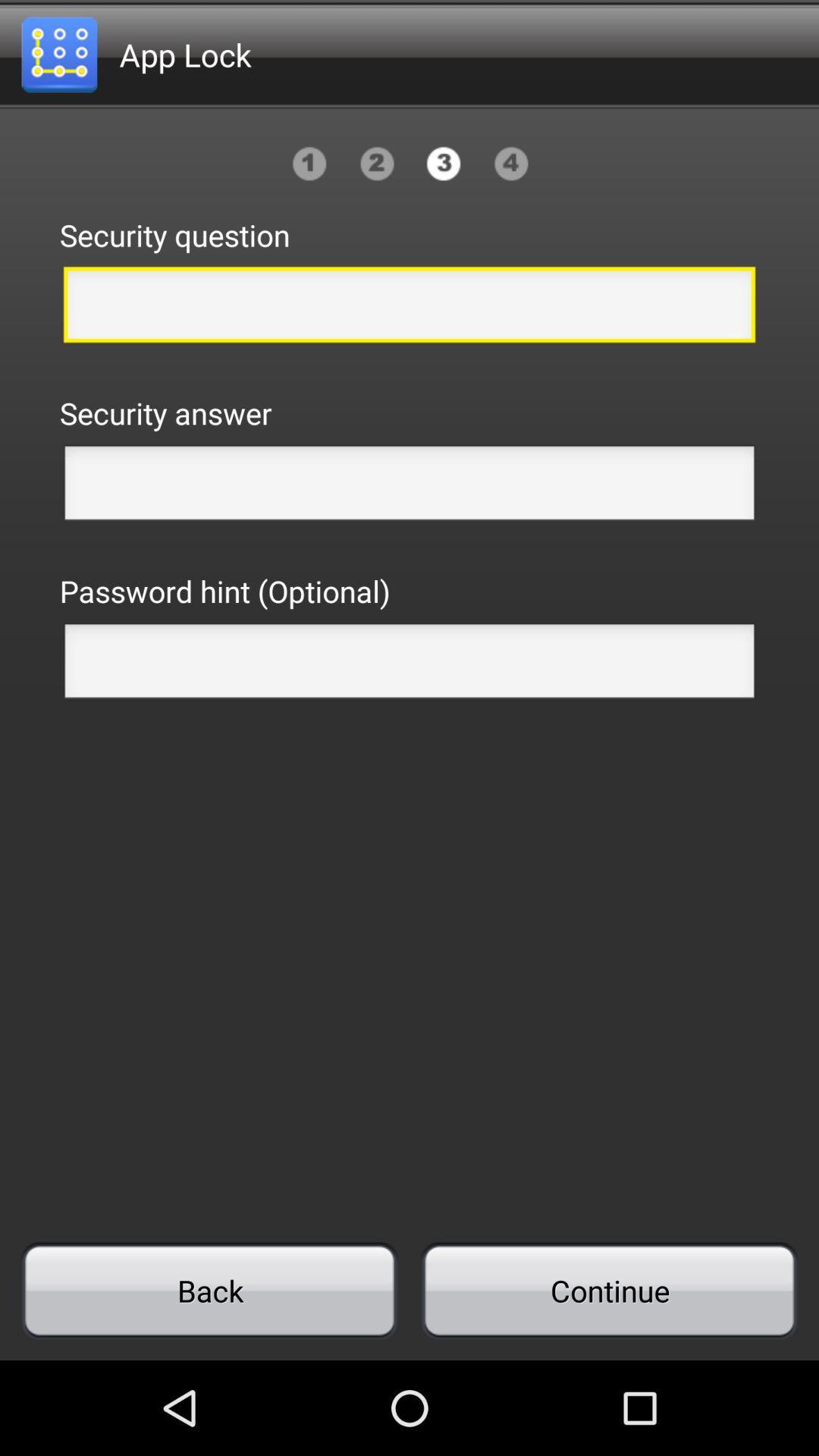 The image size is (819, 1456). What do you see at coordinates (209, 1290) in the screenshot?
I see `item at the bottom left corner` at bounding box center [209, 1290].